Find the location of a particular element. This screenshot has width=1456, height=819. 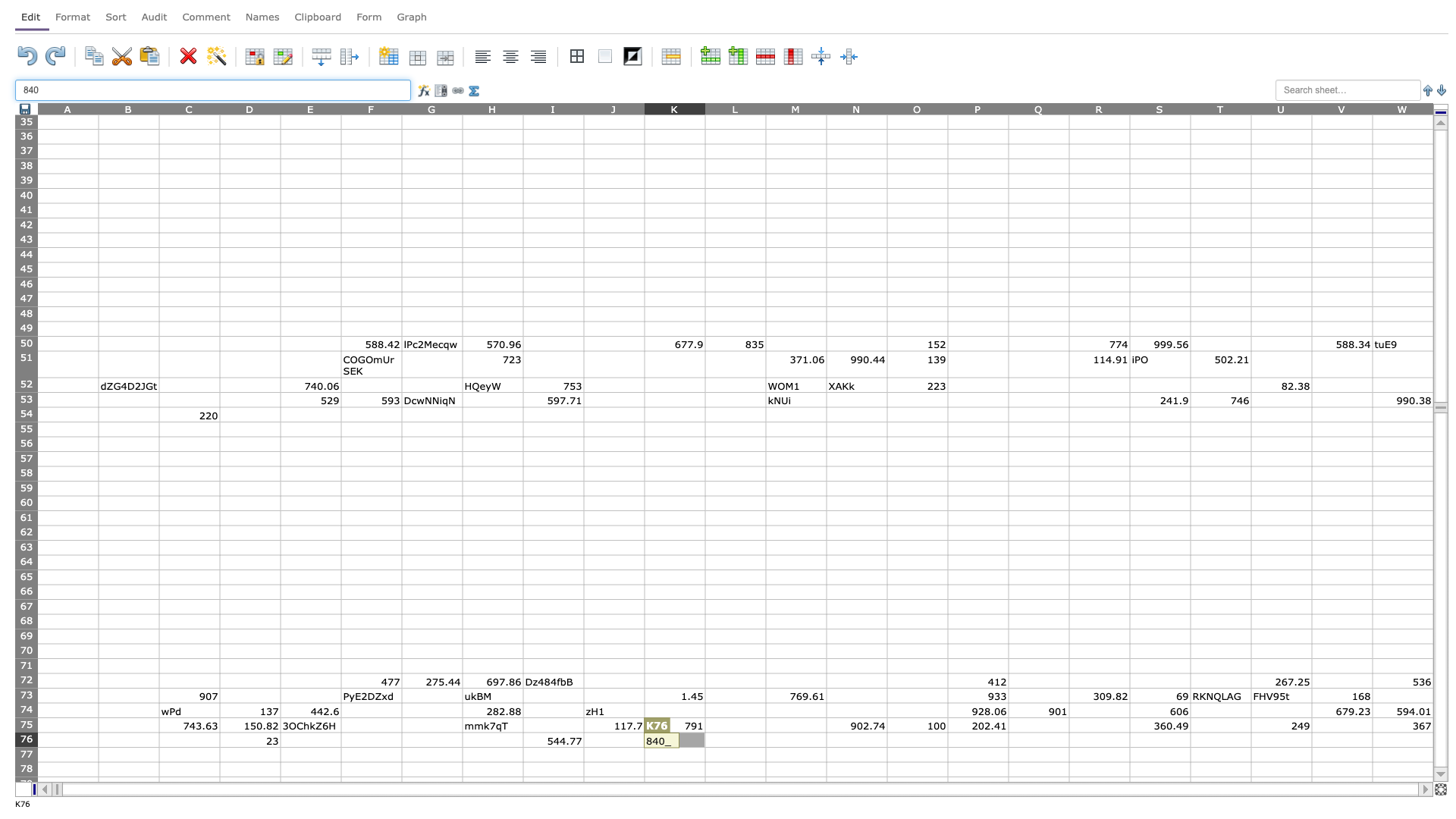

top left corner of M76 is located at coordinates (765, 731).